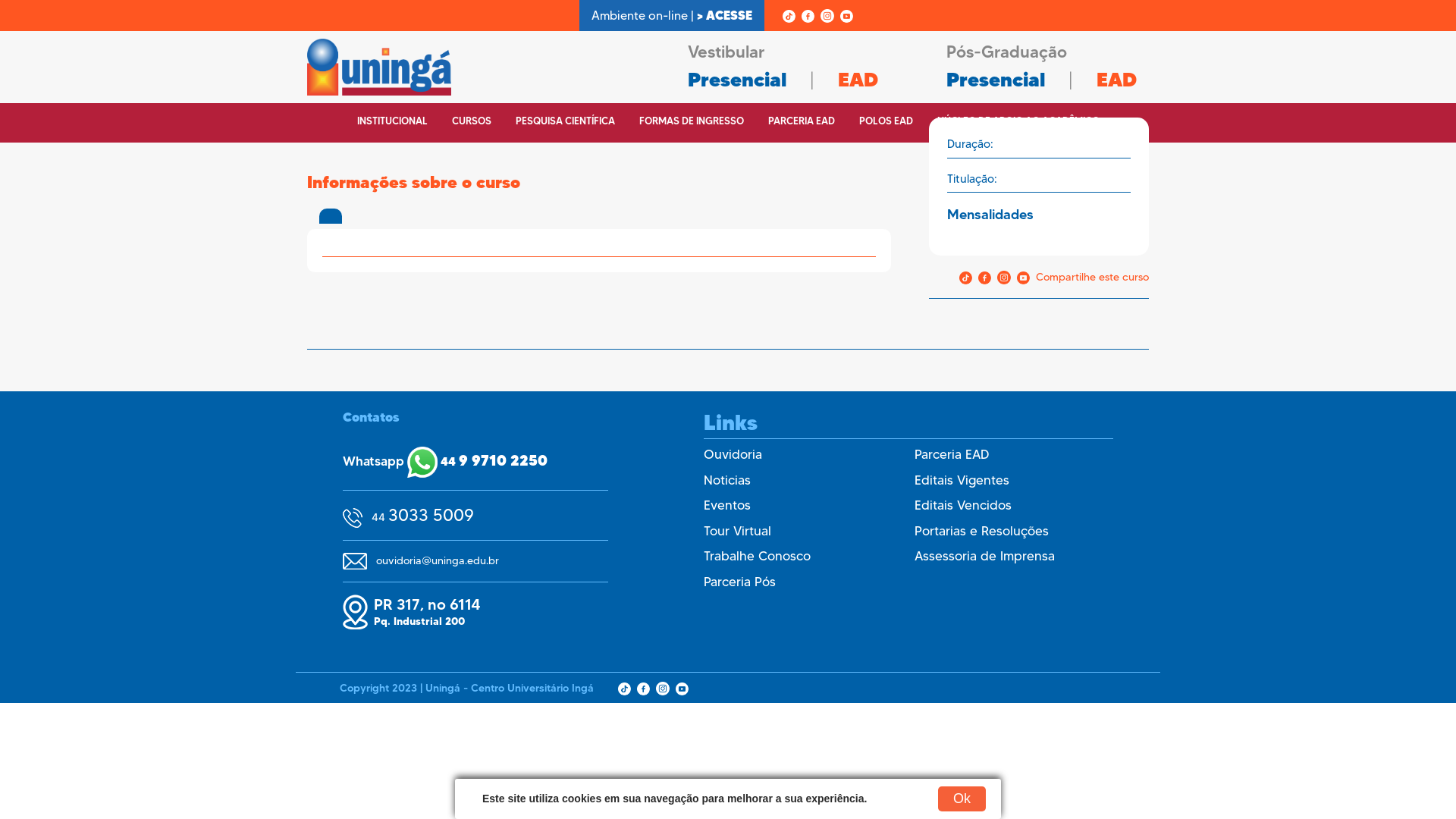  Describe the element at coordinates (946, 79) in the screenshot. I see `'Presencial'` at that location.